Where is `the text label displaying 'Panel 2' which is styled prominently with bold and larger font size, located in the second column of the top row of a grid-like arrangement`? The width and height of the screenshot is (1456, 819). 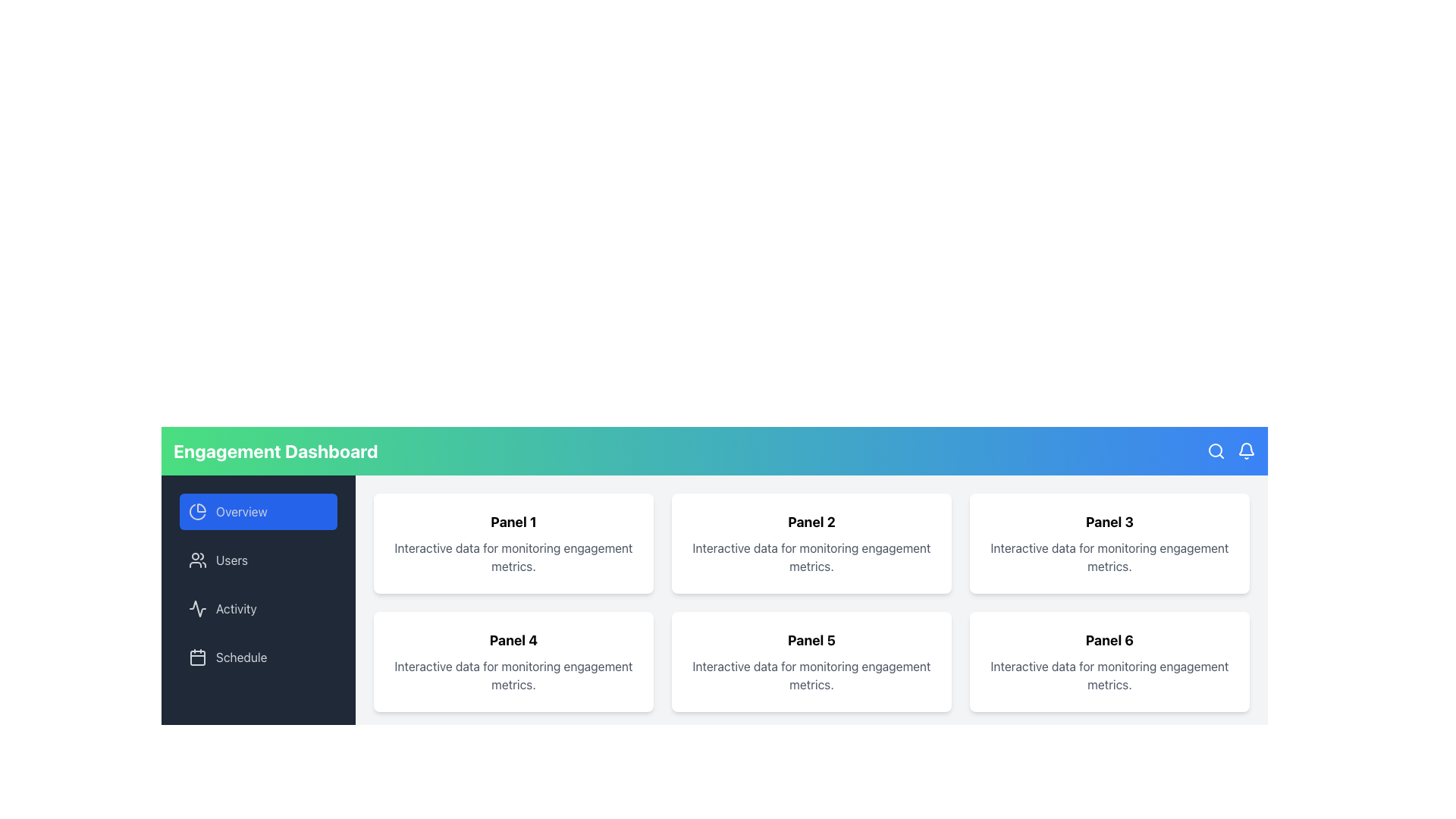
the text label displaying 'Panel 2' which is styled prominently with bold and larger font size, located in the second column of the top row of a grid-like arrangement is located at coordinates (811, 522).